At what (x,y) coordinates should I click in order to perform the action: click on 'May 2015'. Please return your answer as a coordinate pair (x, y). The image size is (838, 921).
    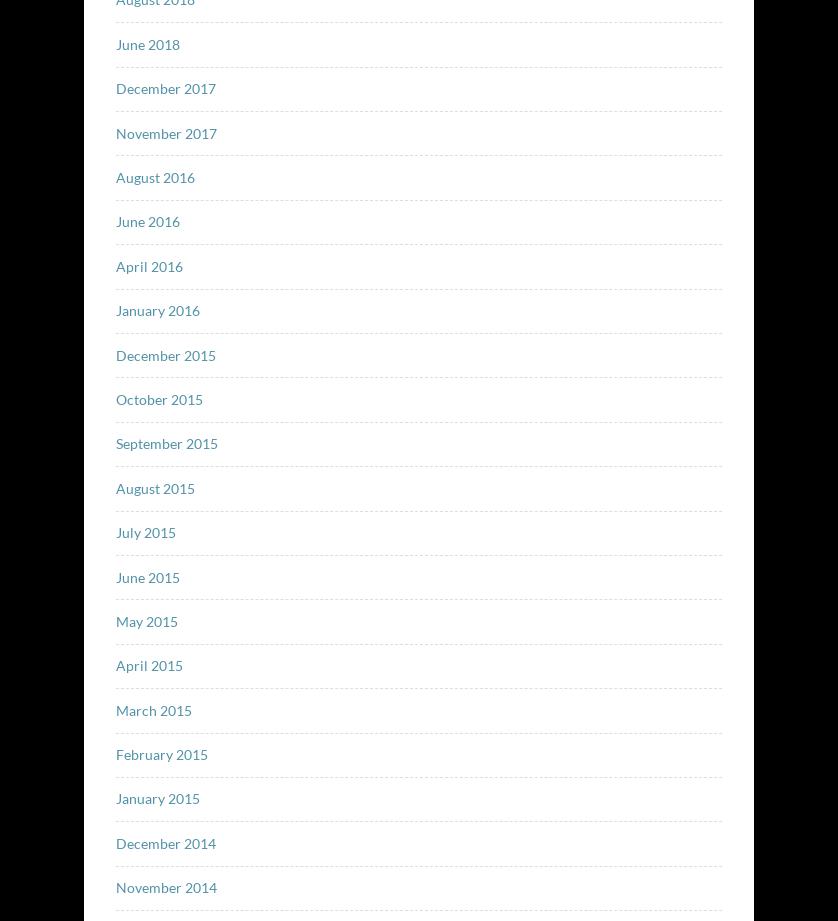
    Looking at the image, I should click on (145, 620).